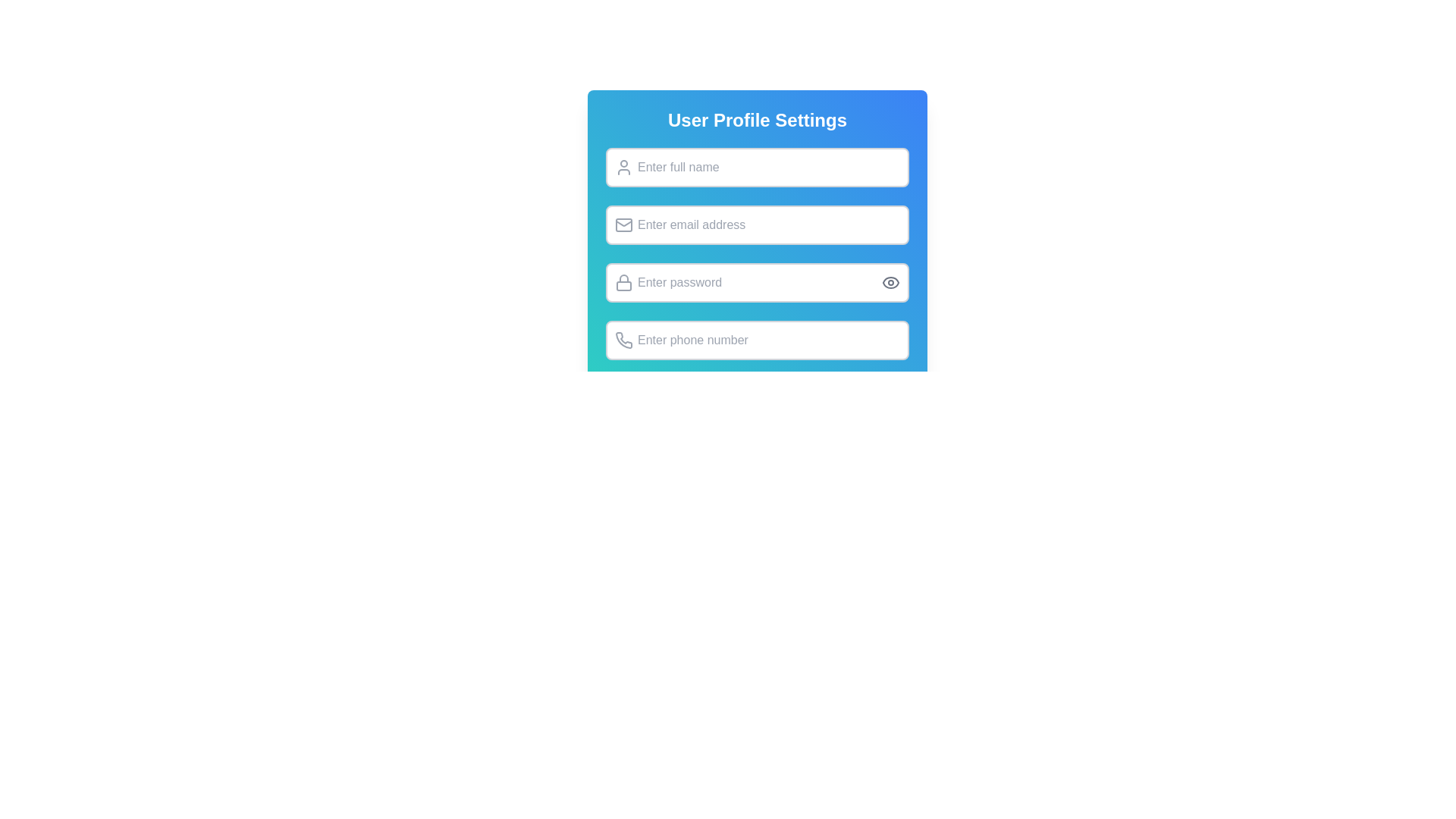 Image resolution: width=1456 pixels, height=819 pixels. Describe the element at coordinates (623, 225) in the screenshot. I see `the envelope icon associated with email entry, which is positioned to the left of the input field labeled 'Enter email address'` at that location.